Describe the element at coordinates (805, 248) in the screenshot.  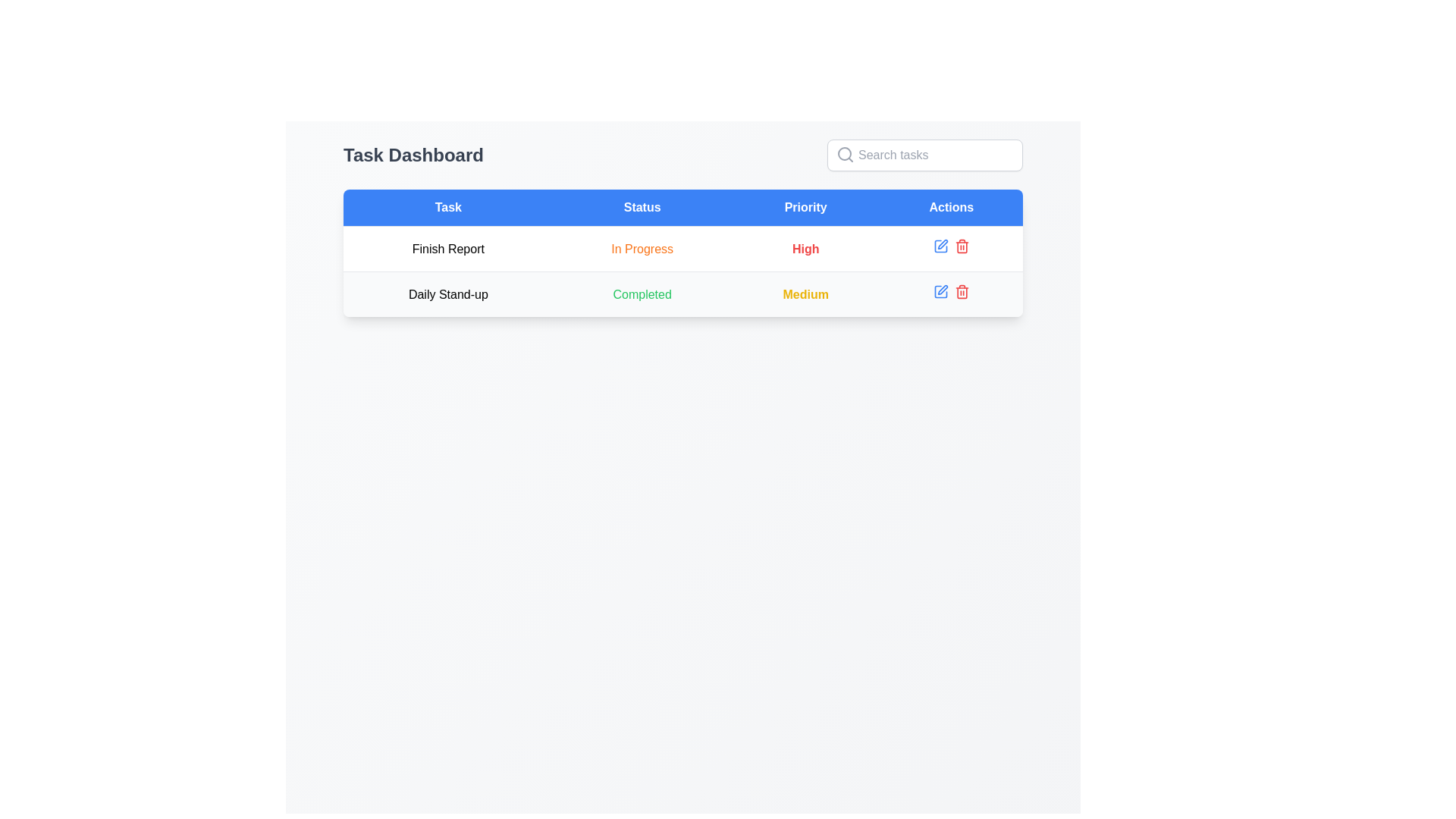
I see `text content of the 'High' priority label located in the 'Priority' column of the task list, which is positioned between the 'In Progress' status and the empty 'Actions' cell` at that location.